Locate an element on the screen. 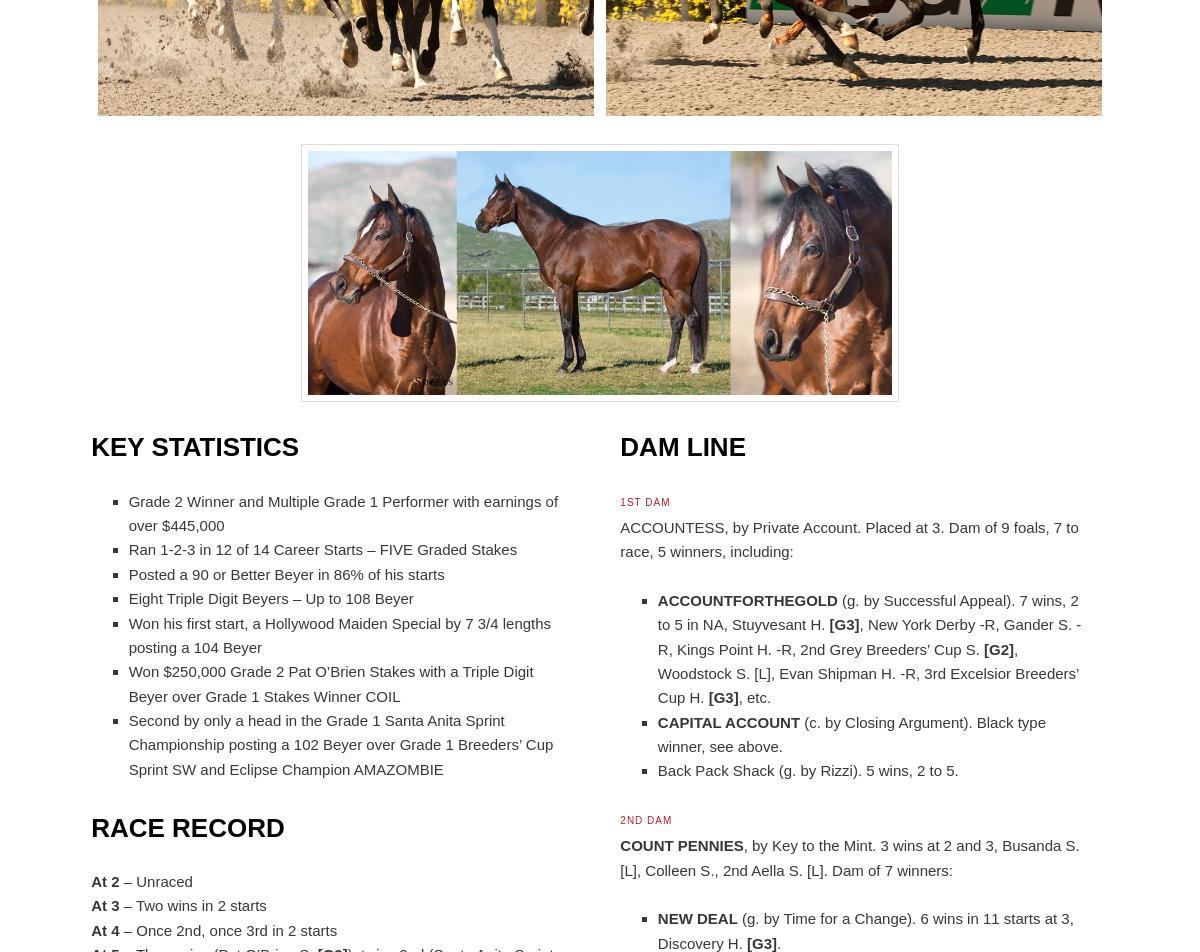 This screenshot has width=1200, height=952. 'Key Statistics' is located at coordinates (194, 446).